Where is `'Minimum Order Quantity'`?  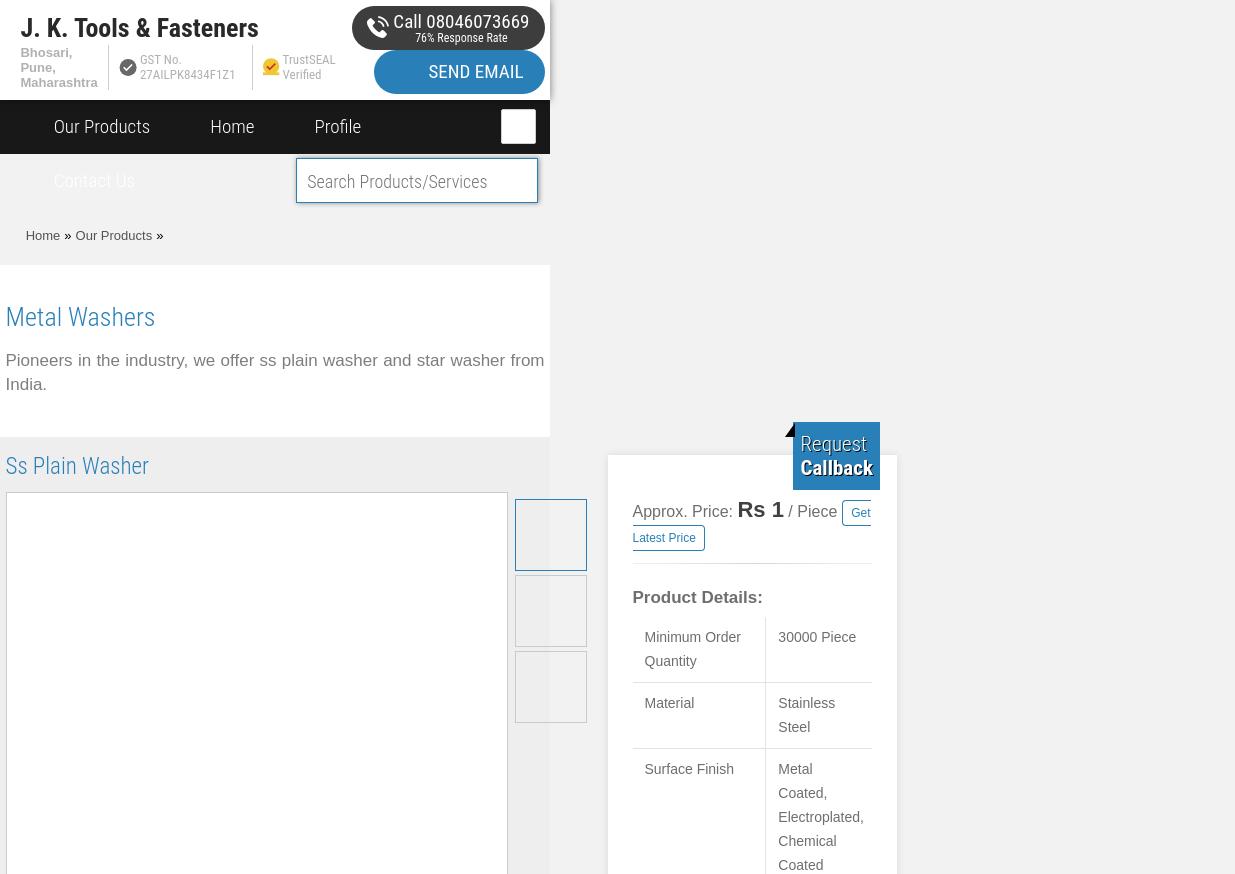 'Minimum Order Quantity' is located at coordinates (691, 648).